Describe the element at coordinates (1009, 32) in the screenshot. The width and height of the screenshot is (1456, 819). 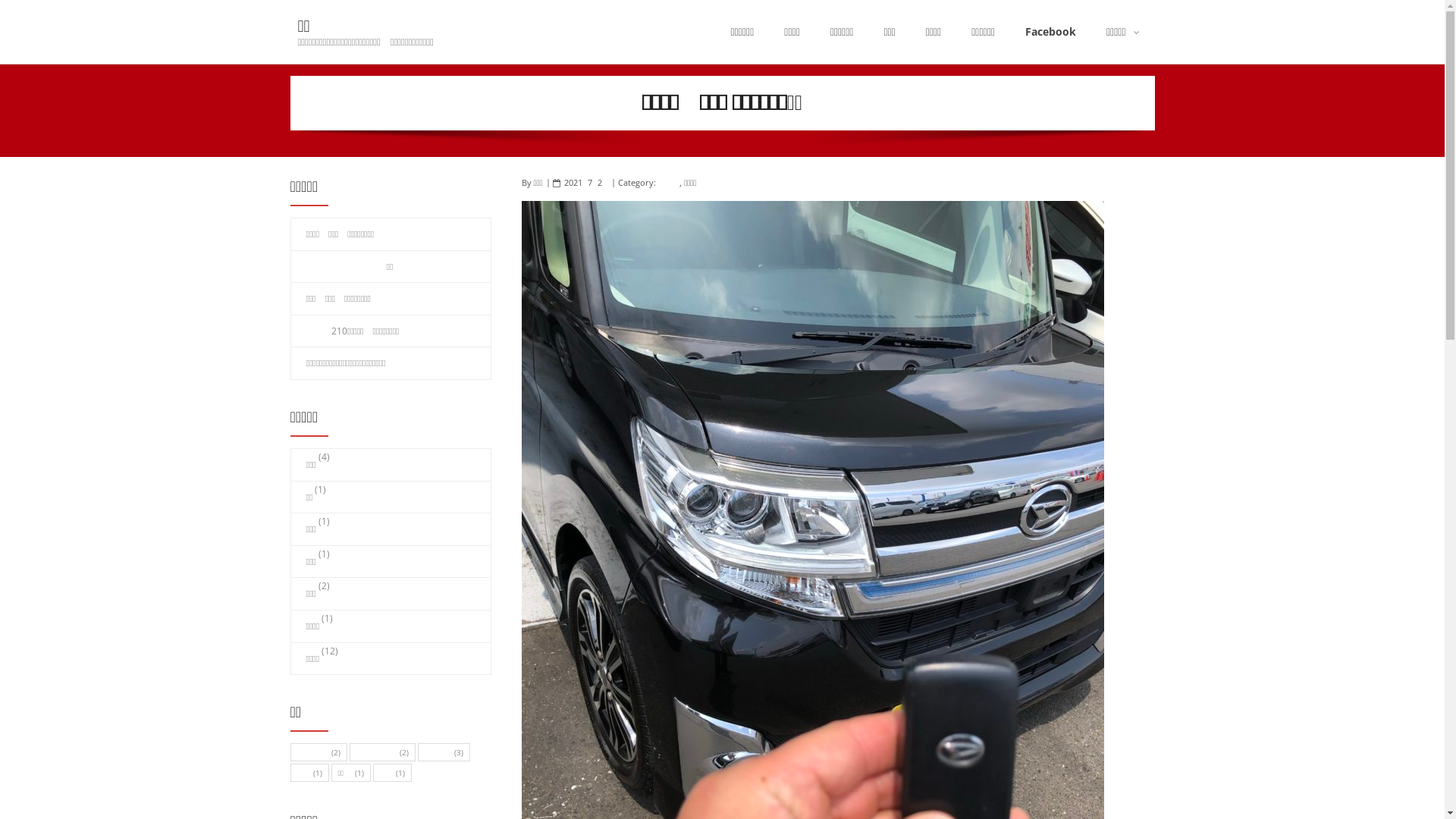
I see `'Facebook'` at that location.